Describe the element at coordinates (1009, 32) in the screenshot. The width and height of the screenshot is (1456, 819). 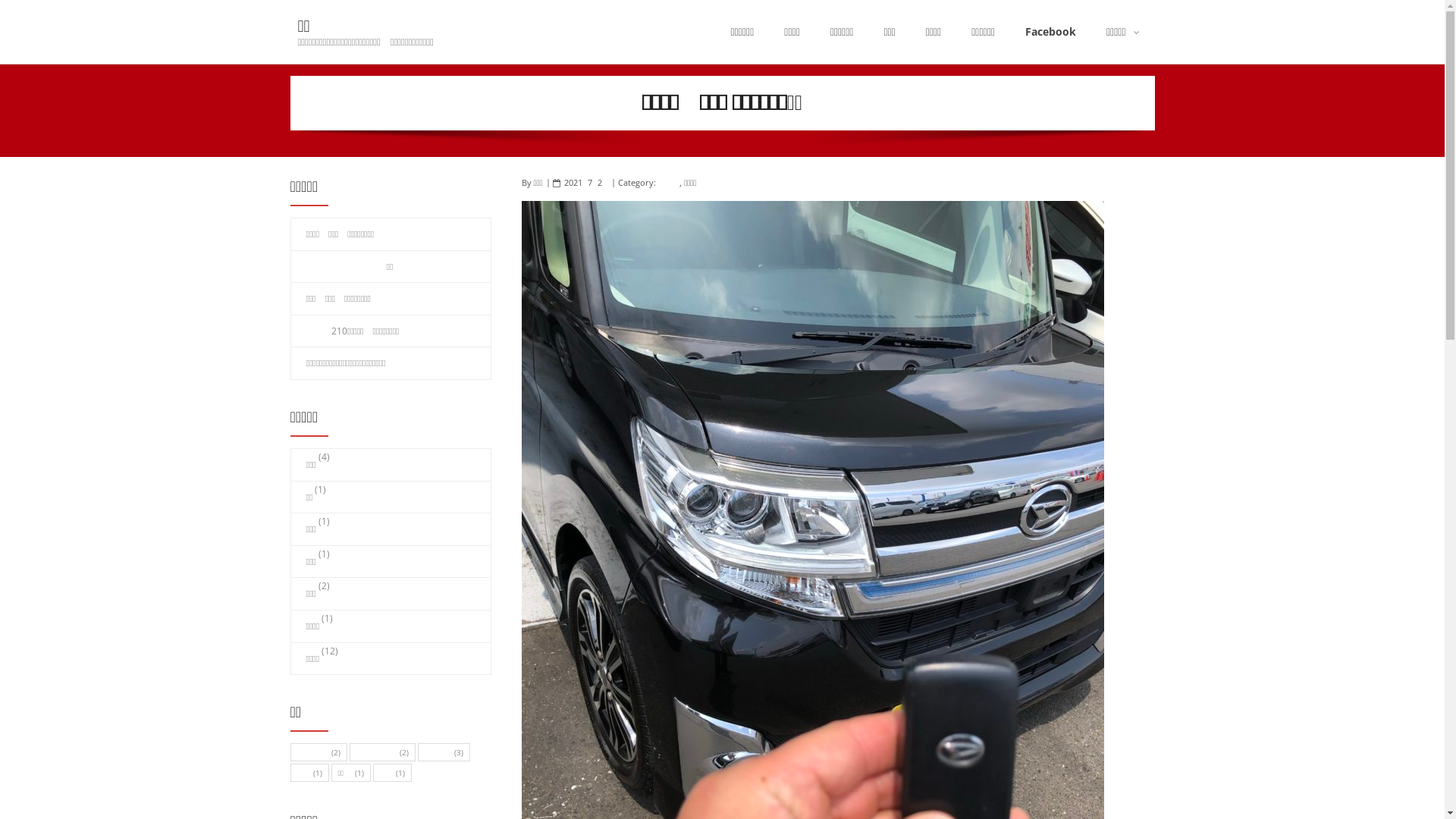
I see `'Facebook'` at that location.